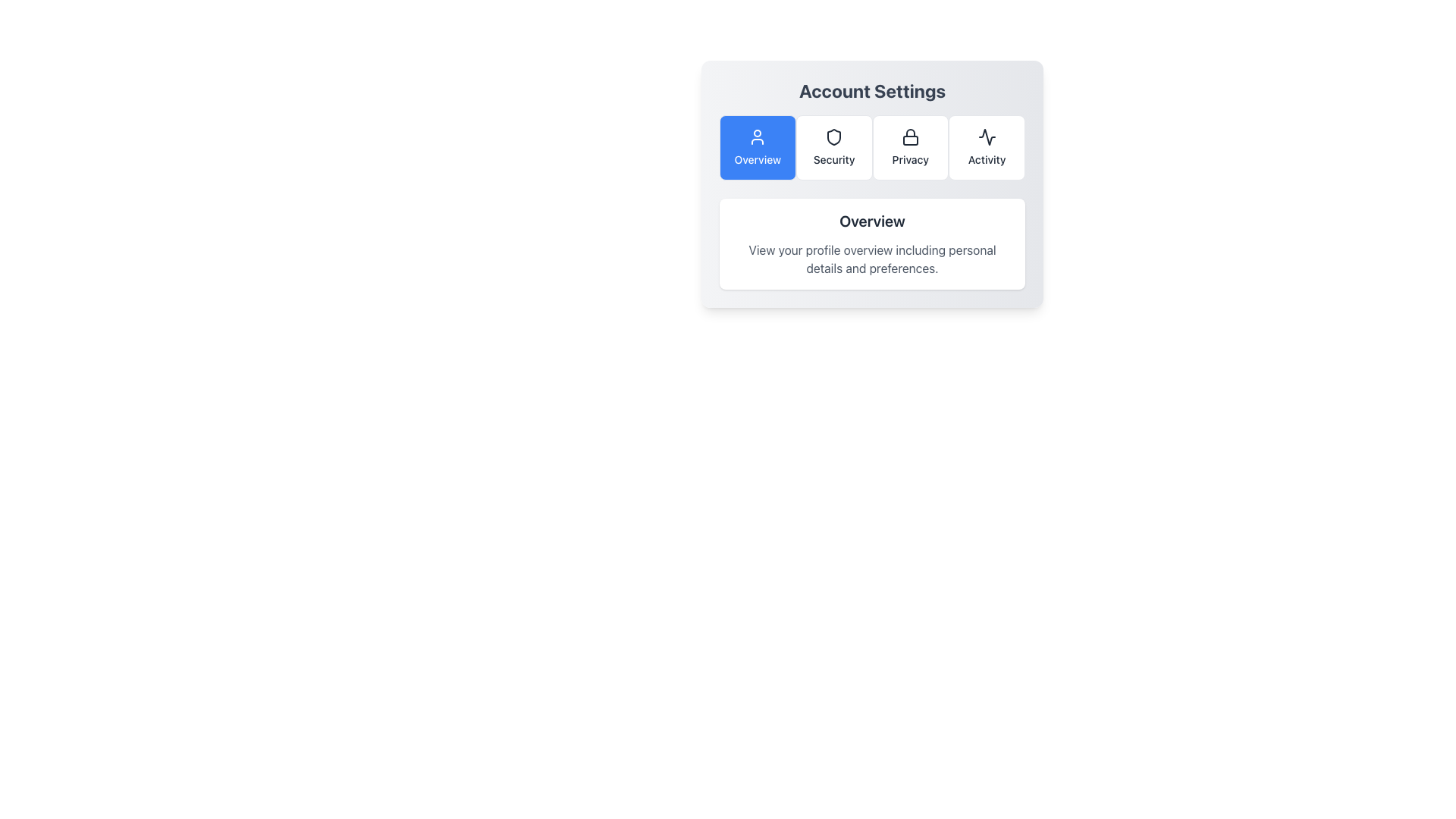 This screenshot has height=819, width=1456. Describe the element at coordinates (987, 160) in the screenshot. I see `the 'Activity' text label located below the 'Account Settings' heading` at that location.